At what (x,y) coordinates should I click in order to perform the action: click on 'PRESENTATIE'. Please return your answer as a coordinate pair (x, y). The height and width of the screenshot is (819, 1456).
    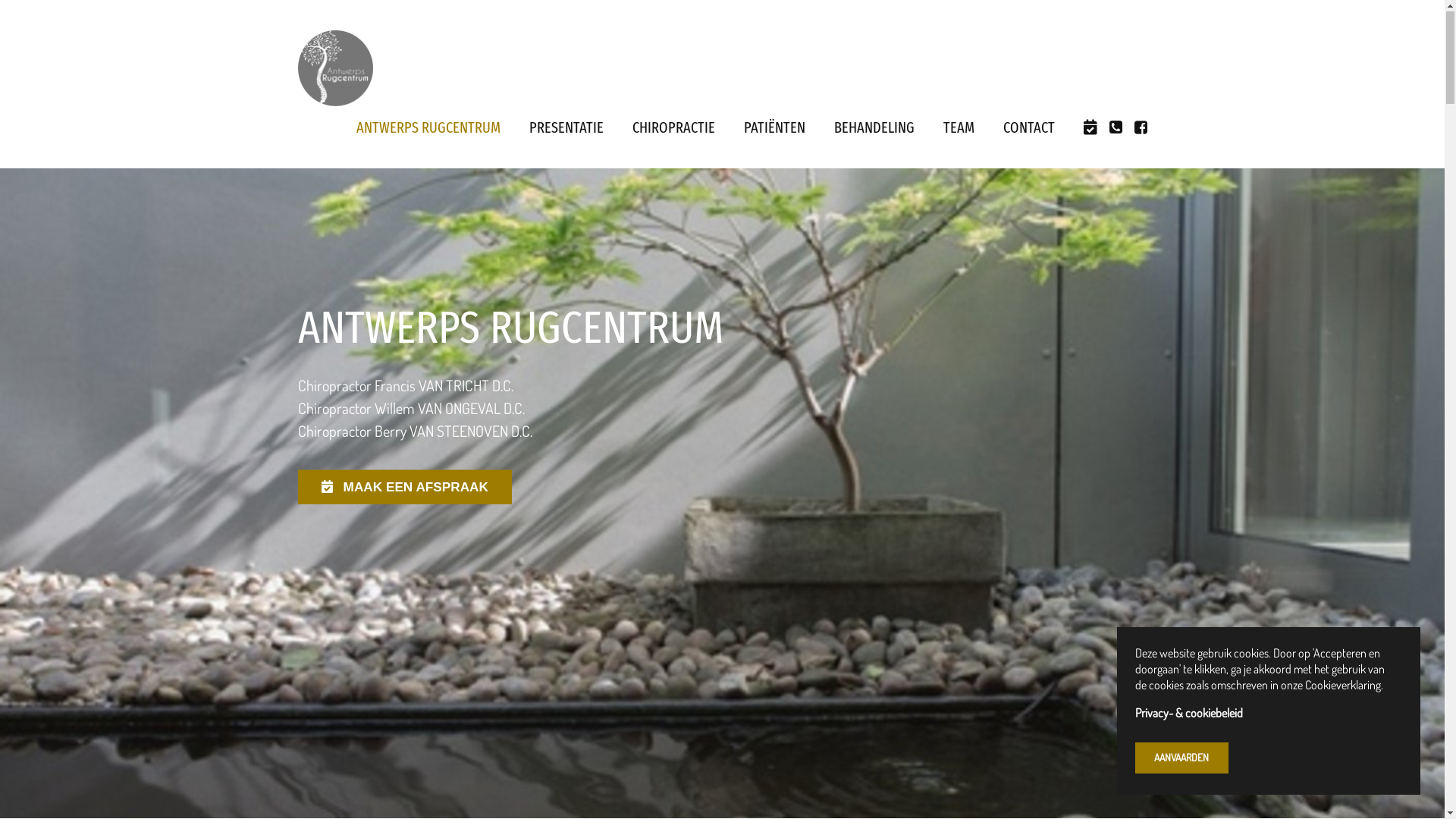
    Looking at the image, I should click on (566, 127).